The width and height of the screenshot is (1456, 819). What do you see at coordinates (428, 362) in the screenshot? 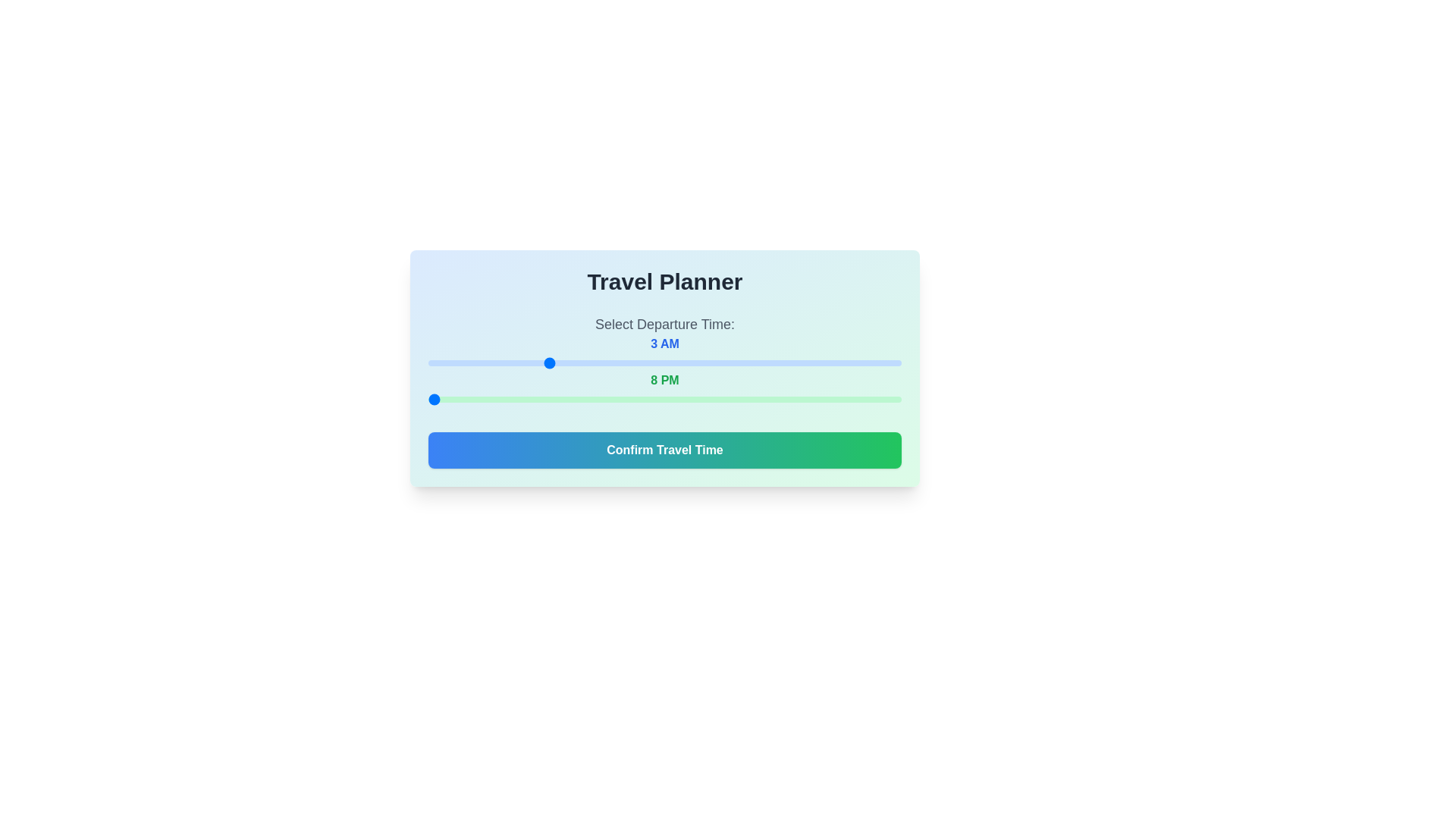
I see `departure time` at bounding box center [428, 362].